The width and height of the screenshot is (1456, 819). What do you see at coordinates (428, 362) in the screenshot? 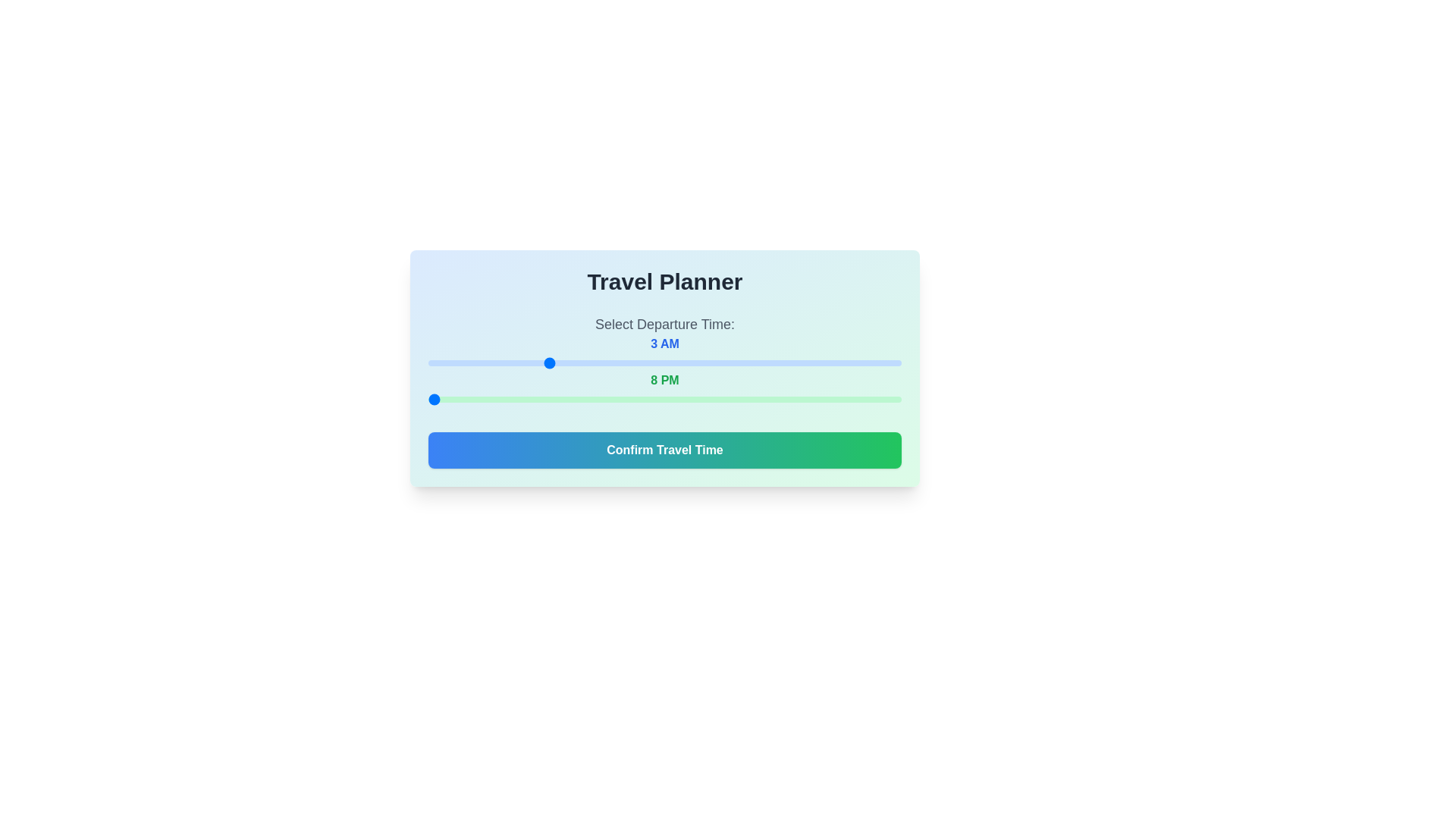
I see `departure time` at bounding box center [428, 362].